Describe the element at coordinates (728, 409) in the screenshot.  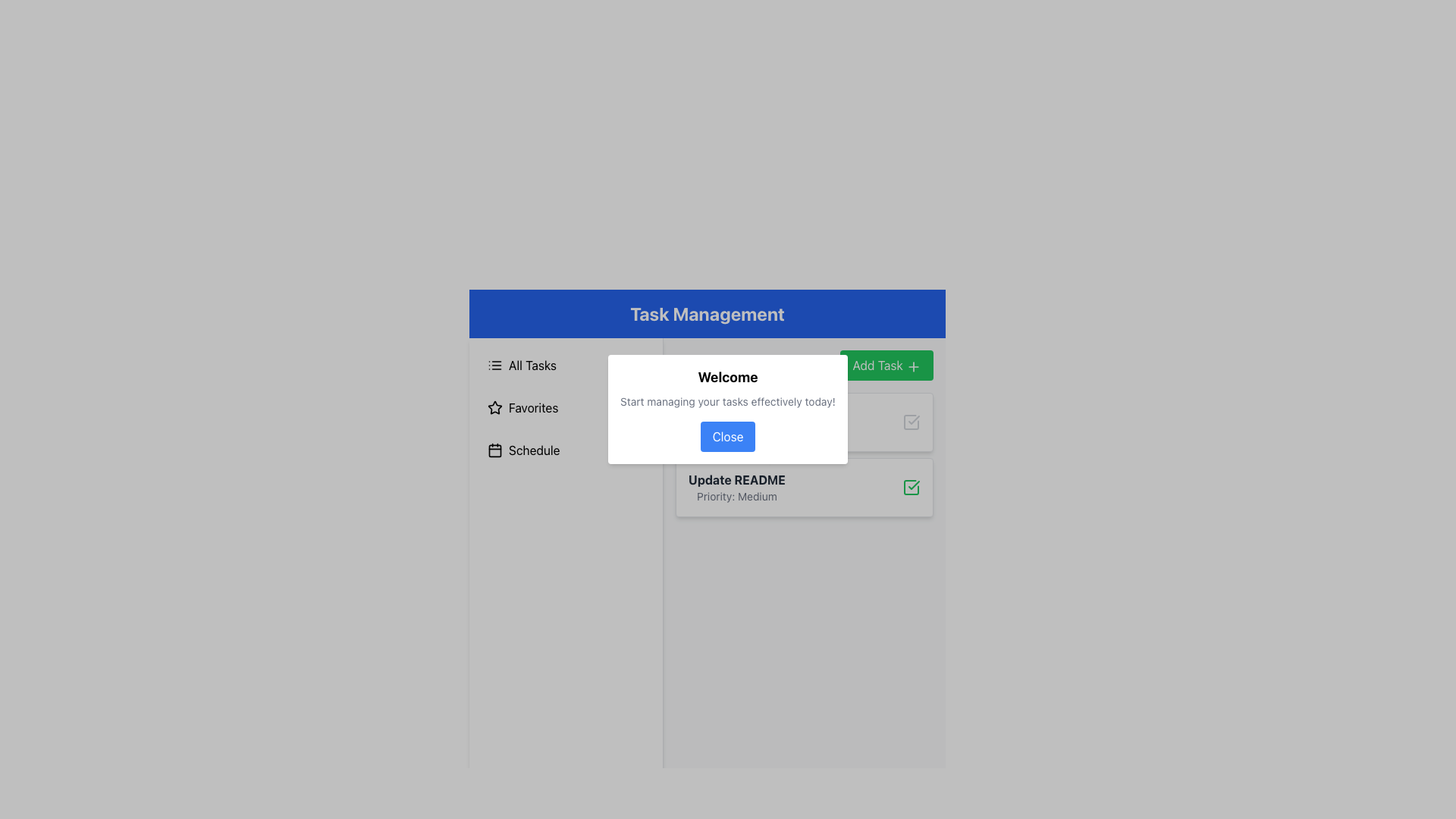
I see `the modal dialog box titled 'Welcome'` at that location.